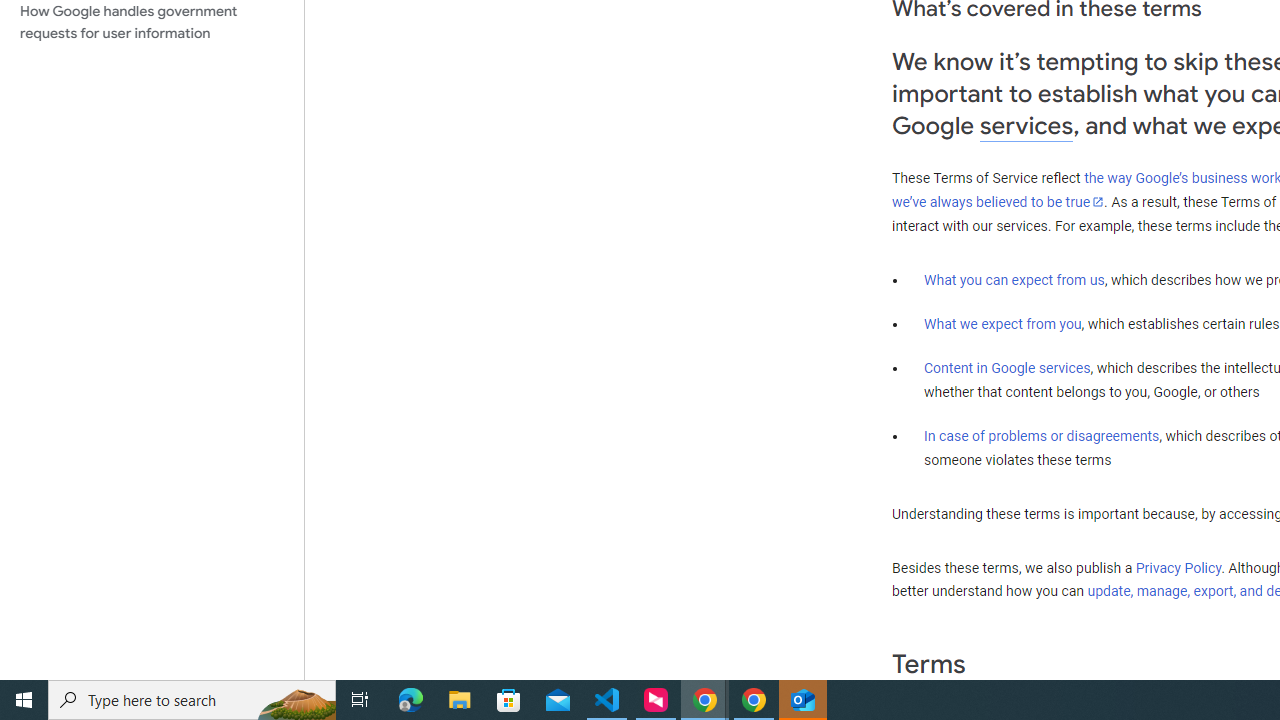 This screenshot has width=1280, height=720. What do you see at coordinates (1002, 323) in the screenshot?
I see `'What we expect from you'` at bounding box center [1002, 323].